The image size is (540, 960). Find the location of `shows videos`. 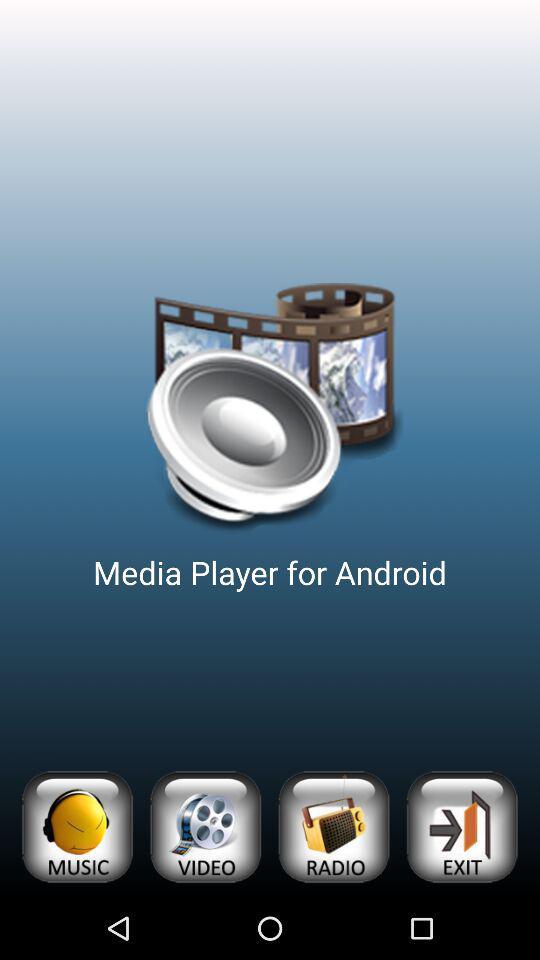

shows videos is located at coordinates (204, 827).